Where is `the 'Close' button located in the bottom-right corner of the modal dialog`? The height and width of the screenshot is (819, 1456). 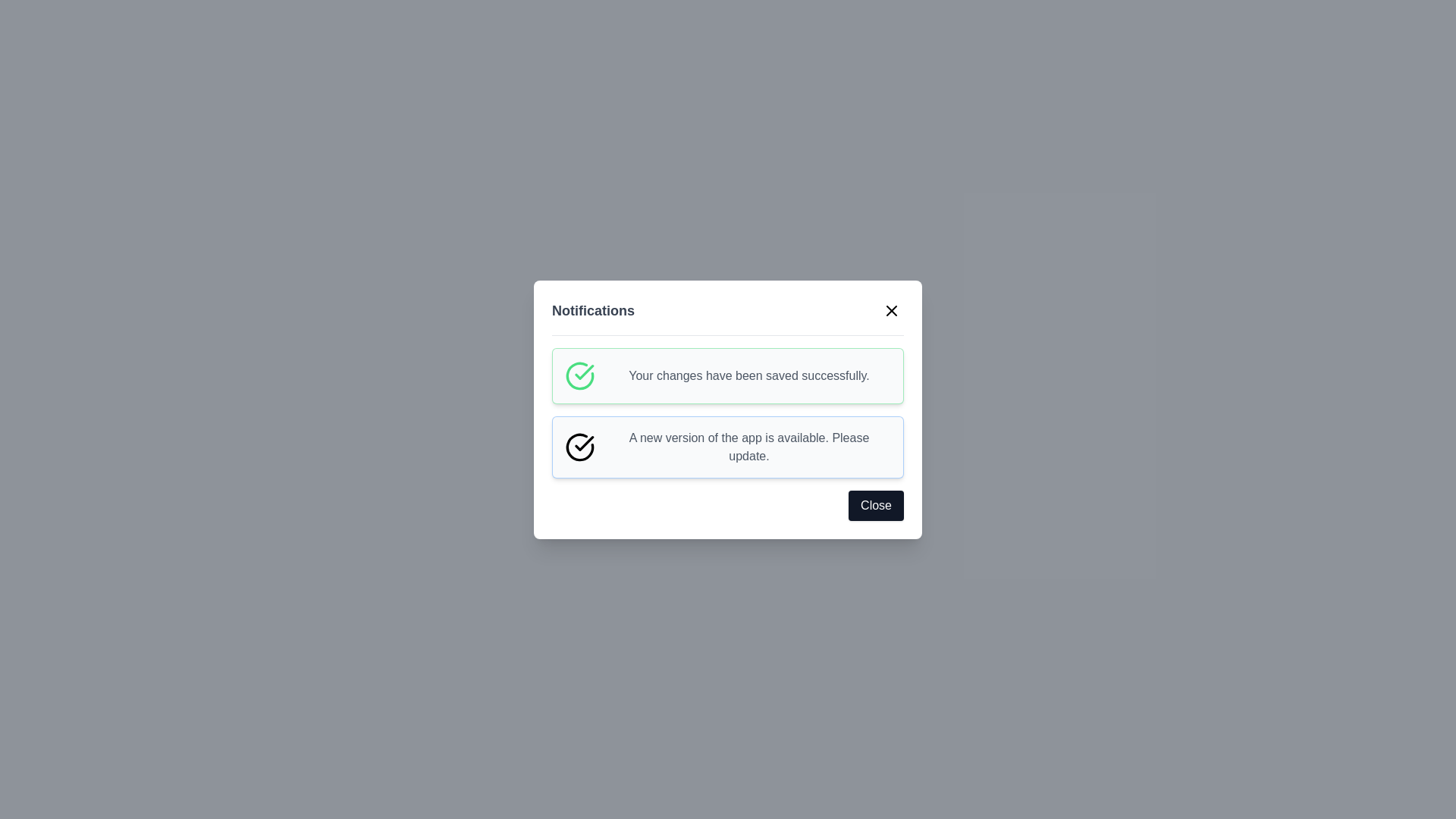 the 'Close' button located in the bottom-right corner of the modal dialog is located at coordinates (876, 505).